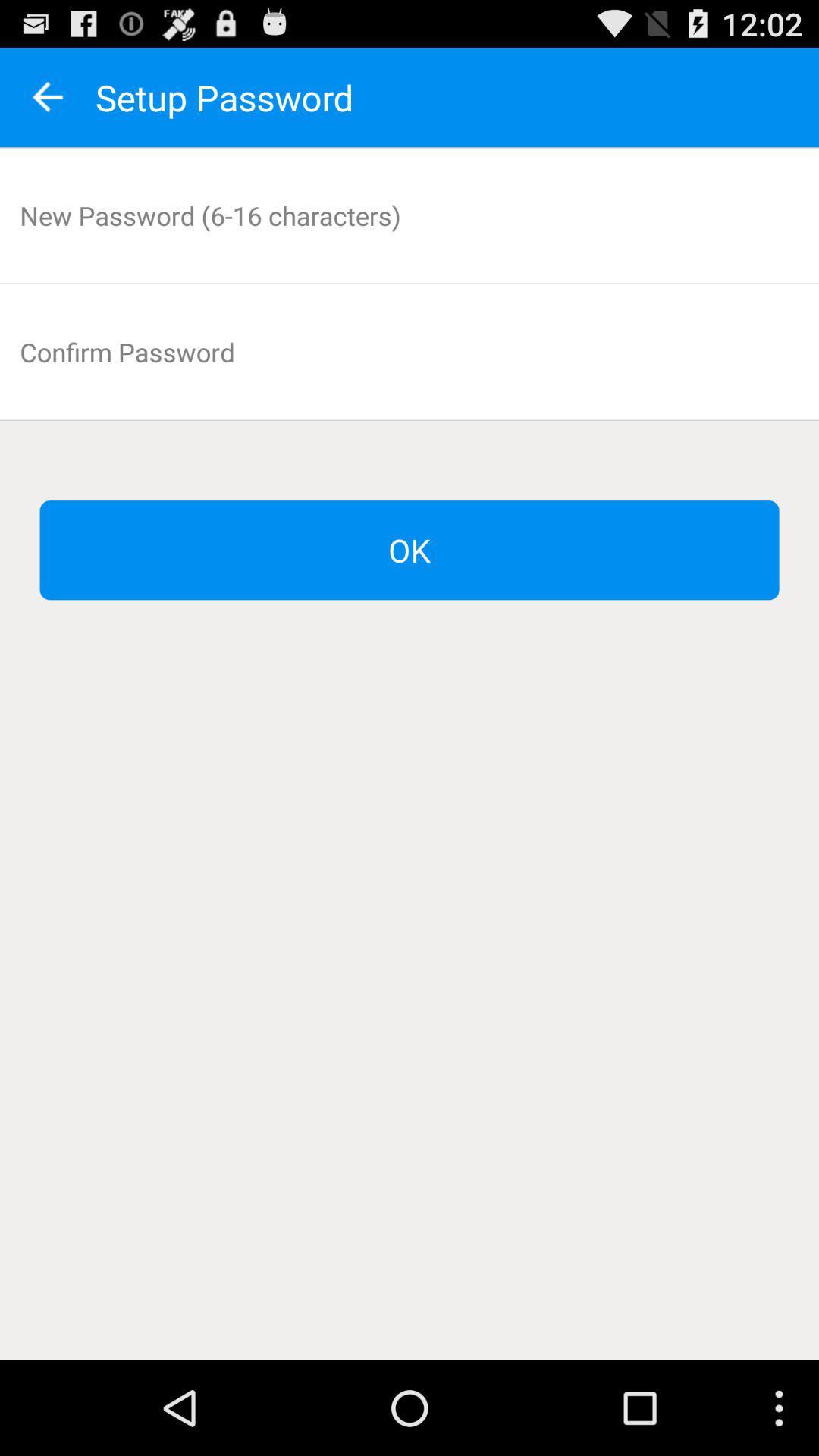 This screenshot has width=819, height=1456. Describe the element at coordinates (409, 351) in the screenshot. I see `confirm password field` at that location.